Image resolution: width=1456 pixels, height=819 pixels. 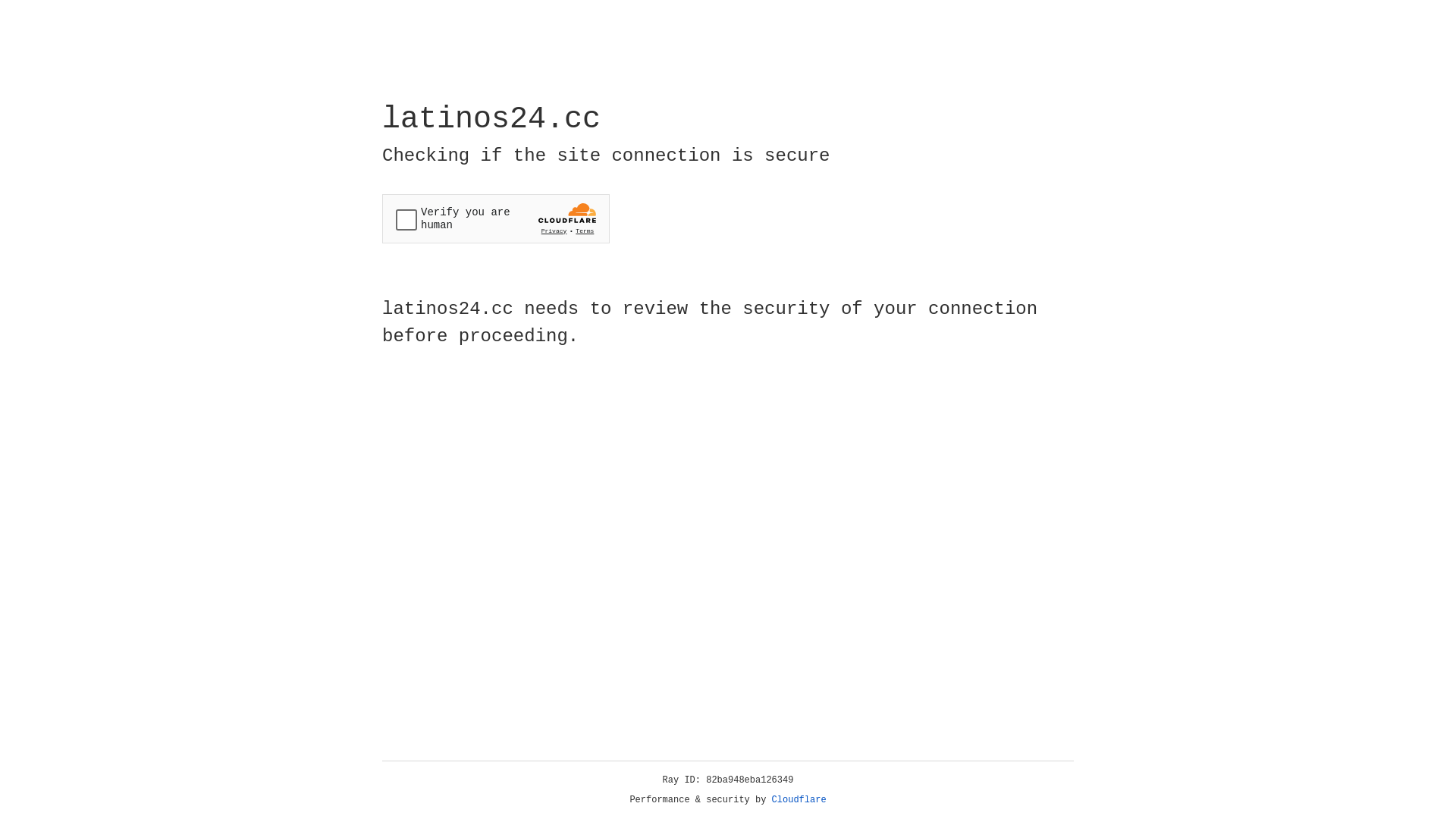 What do you see at coordinates (495, 218) in the screenshot?
I see `'Widget containing a Cloudflare security challenge'` at bounding box center [495, 218].